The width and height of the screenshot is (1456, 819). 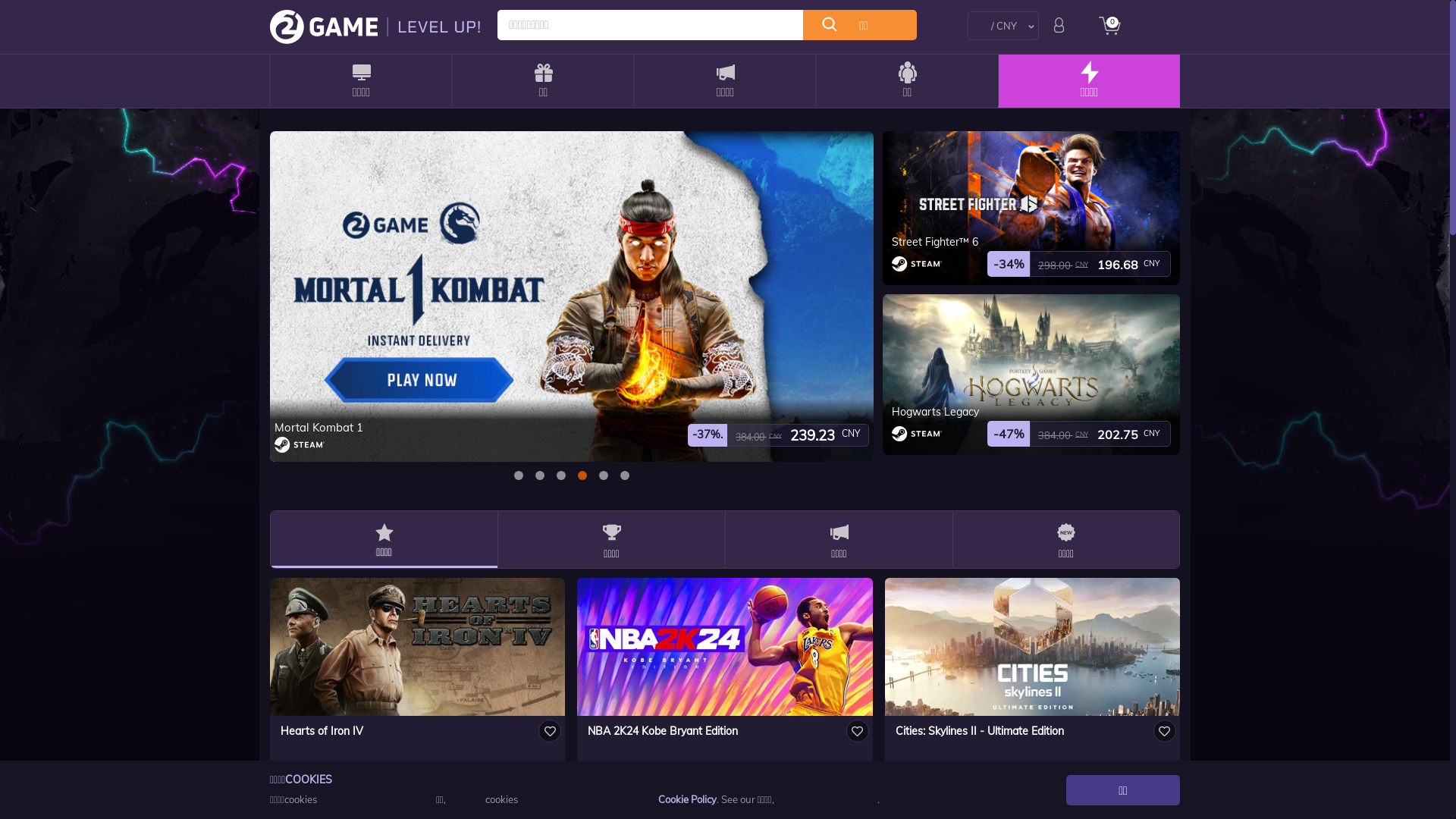 What do you see at coordinates (662, 730) in the screenshot?
I see `'NBA 2K24 Kobe Bryant Edition'` at bounding box center [662, 730].